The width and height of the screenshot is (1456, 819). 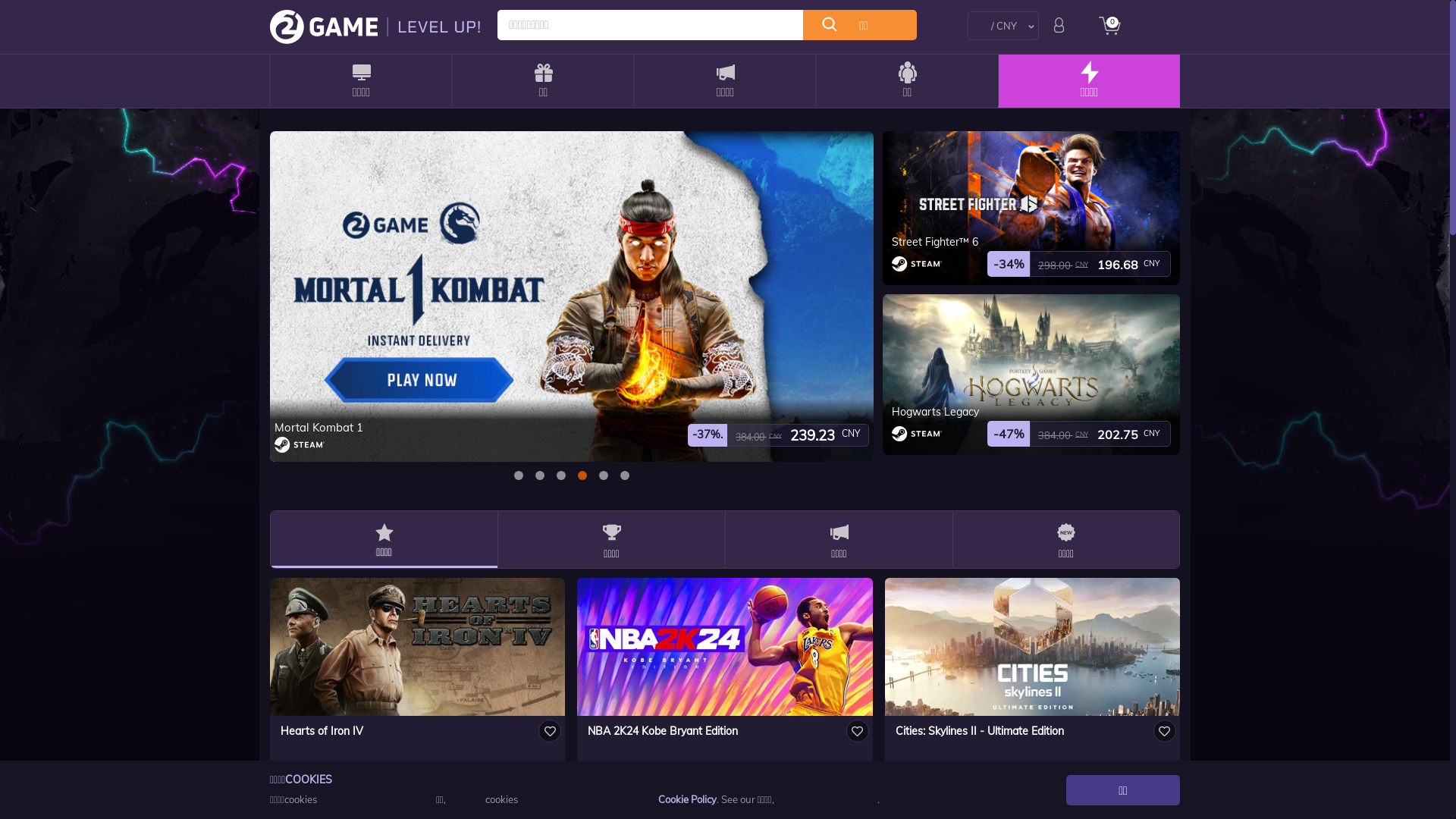 What do you see at coordinates (662, 730) in the screenshot?
I see `'NBA 2K24 Kobe Bryant Edition'` at bounding box center [662, 730].